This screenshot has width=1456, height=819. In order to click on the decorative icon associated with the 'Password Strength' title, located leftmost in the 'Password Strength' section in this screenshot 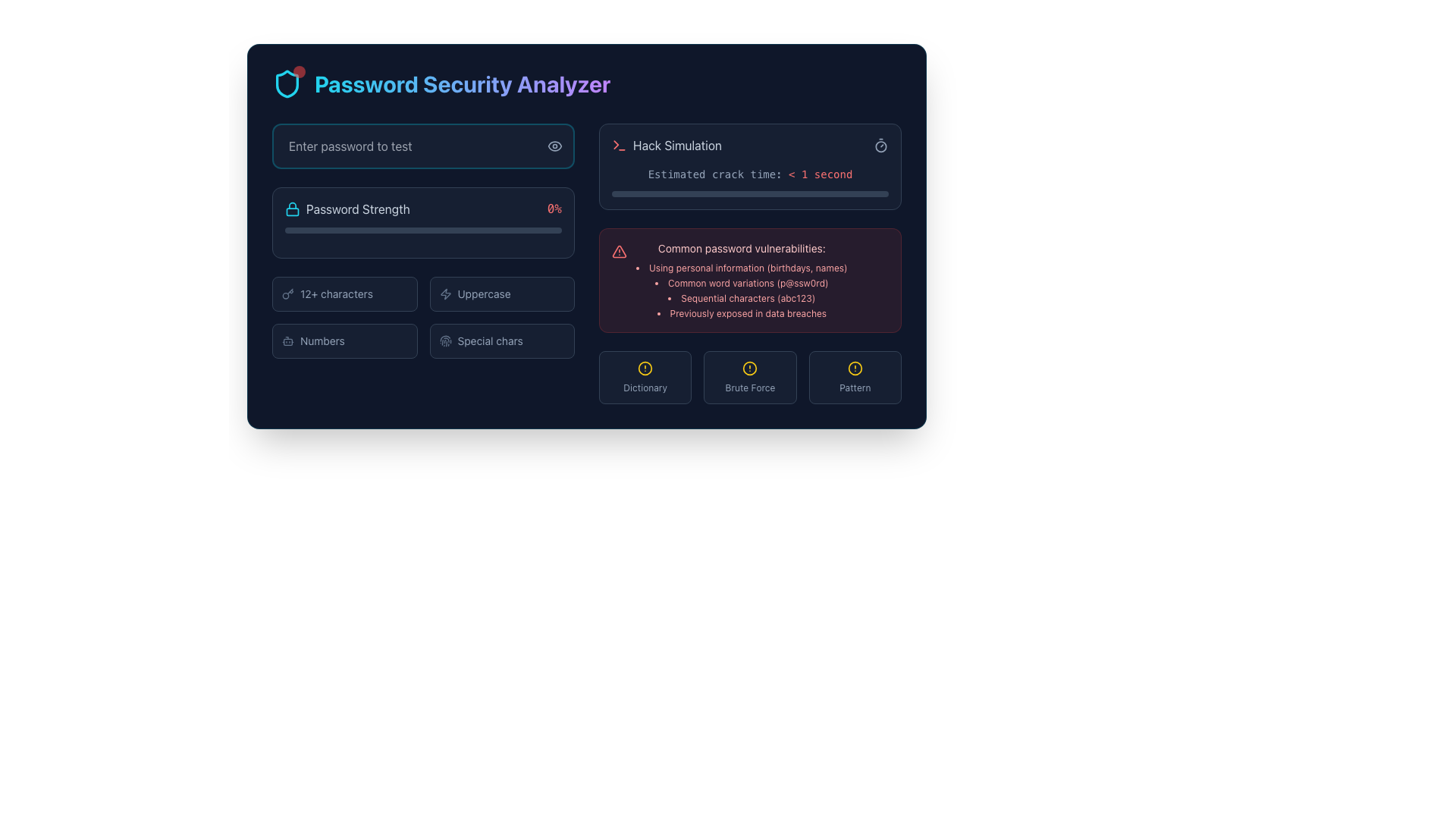, I will do `click(292, 209)`.